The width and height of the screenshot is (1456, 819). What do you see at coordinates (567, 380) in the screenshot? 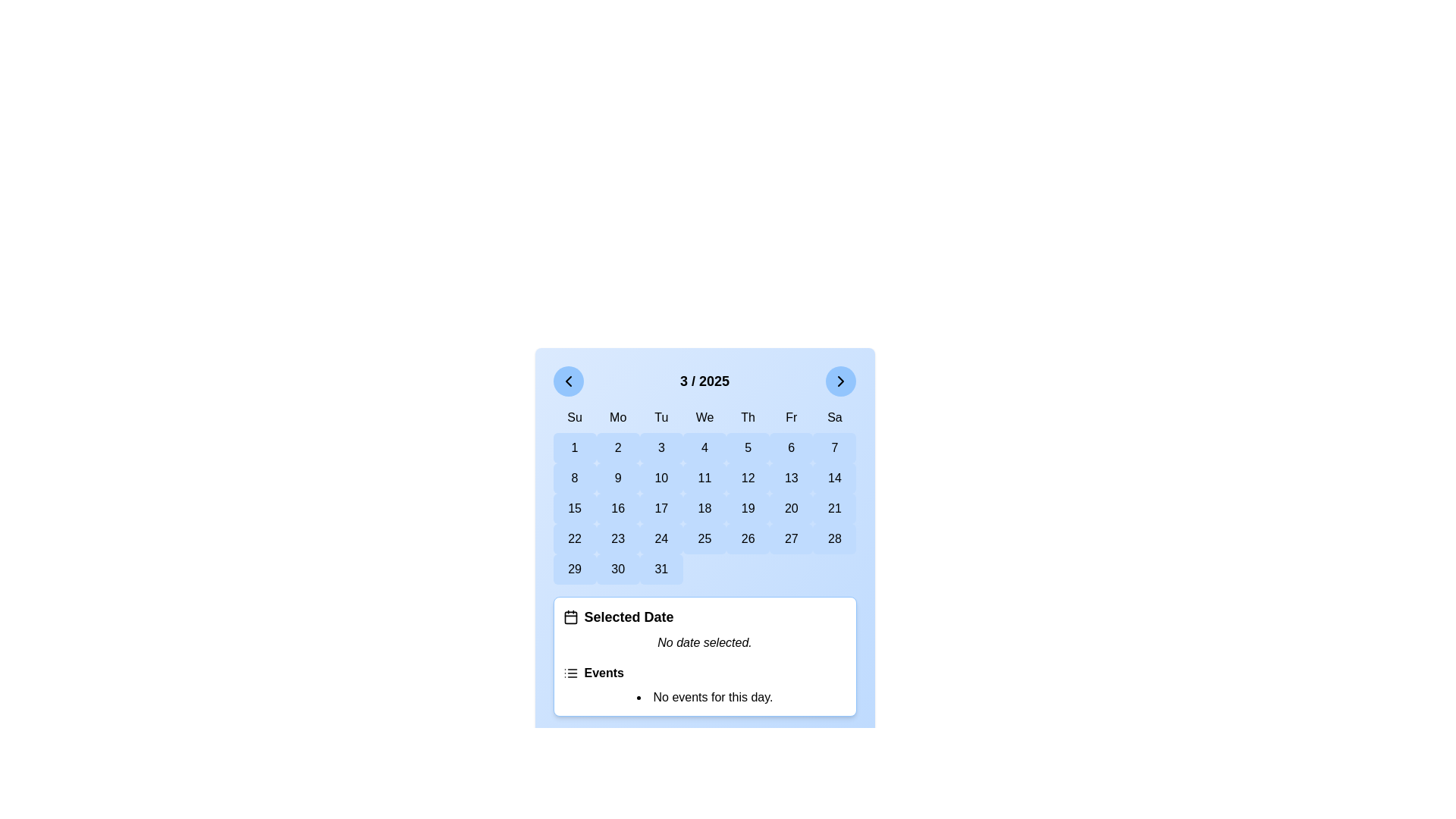
I see `the circular button with a blue background and a left-pointing chevron icon, located at the top-left of the calendar interface` at bounding box center [567, 380].